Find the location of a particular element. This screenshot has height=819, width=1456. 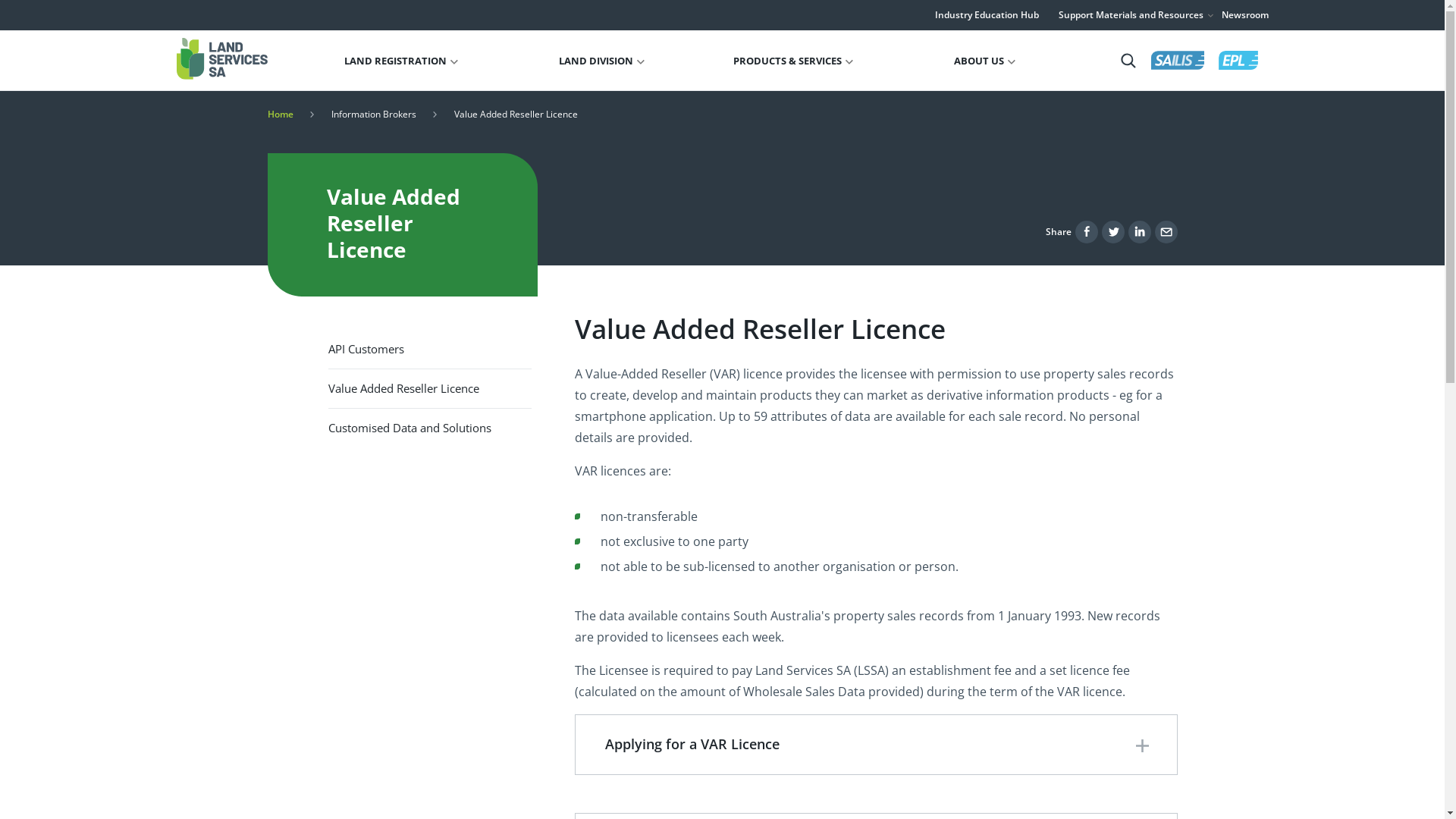

'SAILIS' is located at coordinates (1177, 59).